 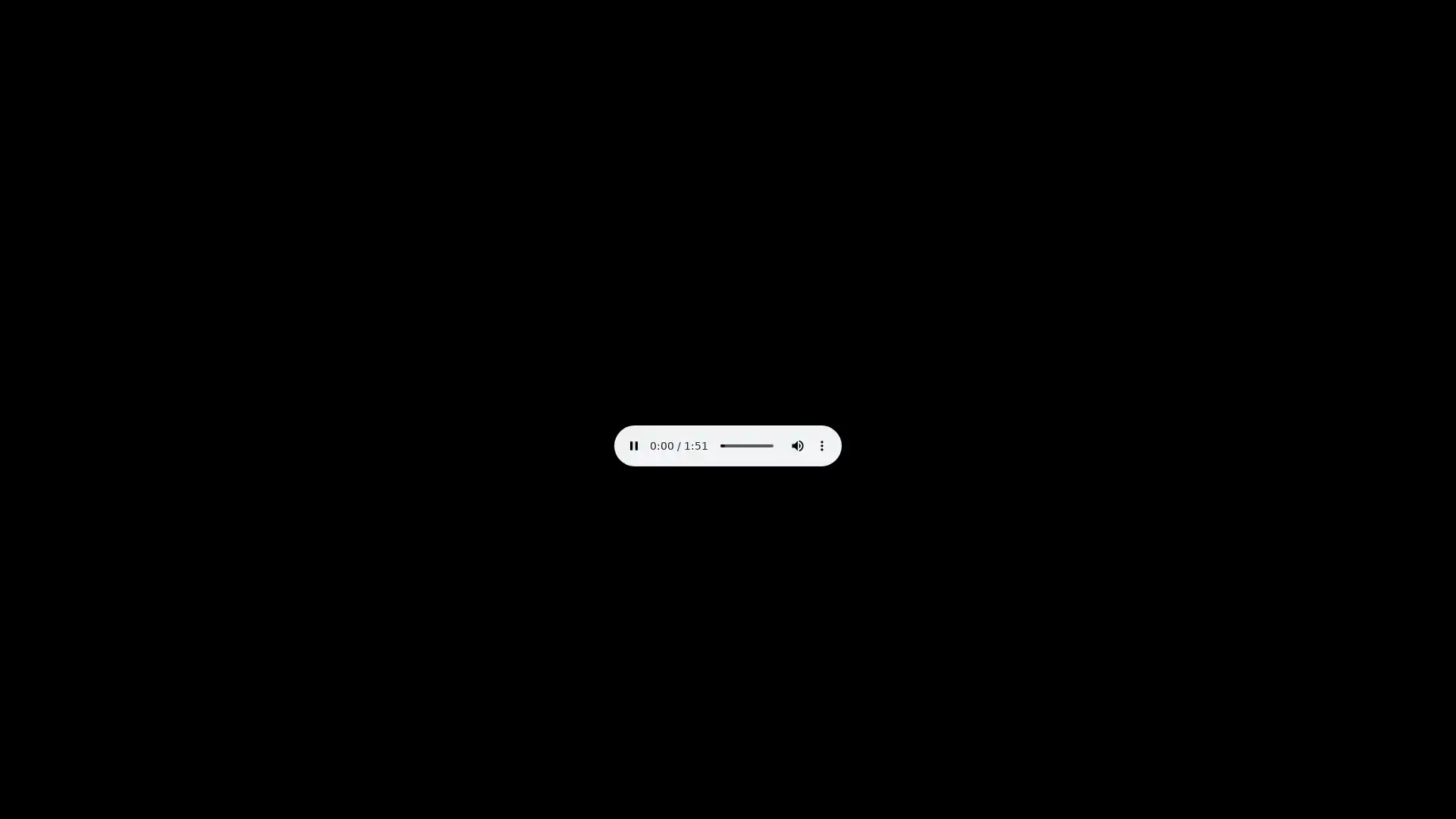 What do you see at coordinates (796, 444) in the screenshot?
I see `mute` at bounding box center [796, 444].